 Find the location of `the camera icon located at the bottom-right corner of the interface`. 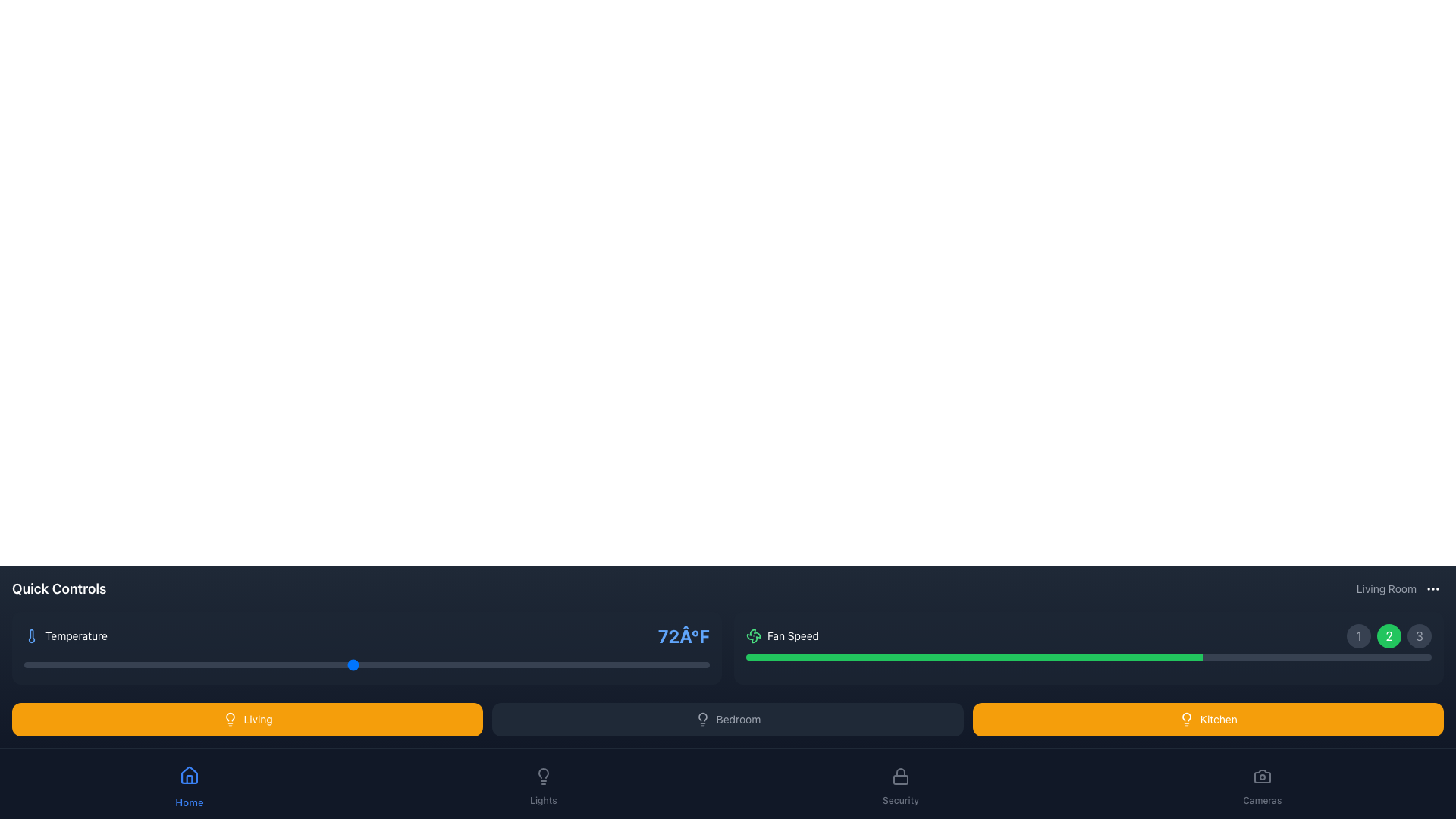

the camera icon located at the bottom-right corner of the interface is located at coordinates (1262, 776).